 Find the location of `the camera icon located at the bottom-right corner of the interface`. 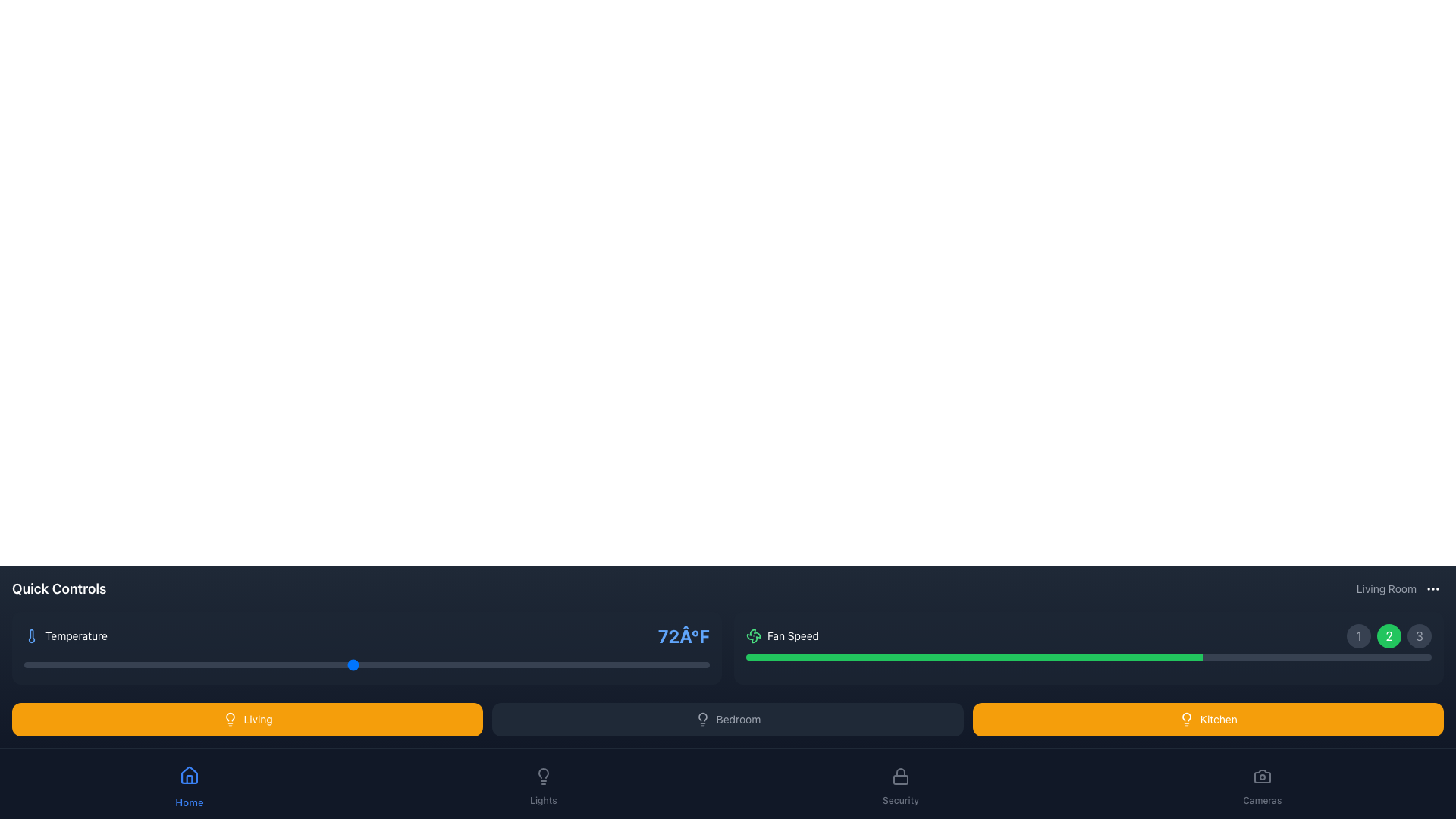

the camera icon located at the bottom-right corner of the interface is located at coordinates (1262, 776).